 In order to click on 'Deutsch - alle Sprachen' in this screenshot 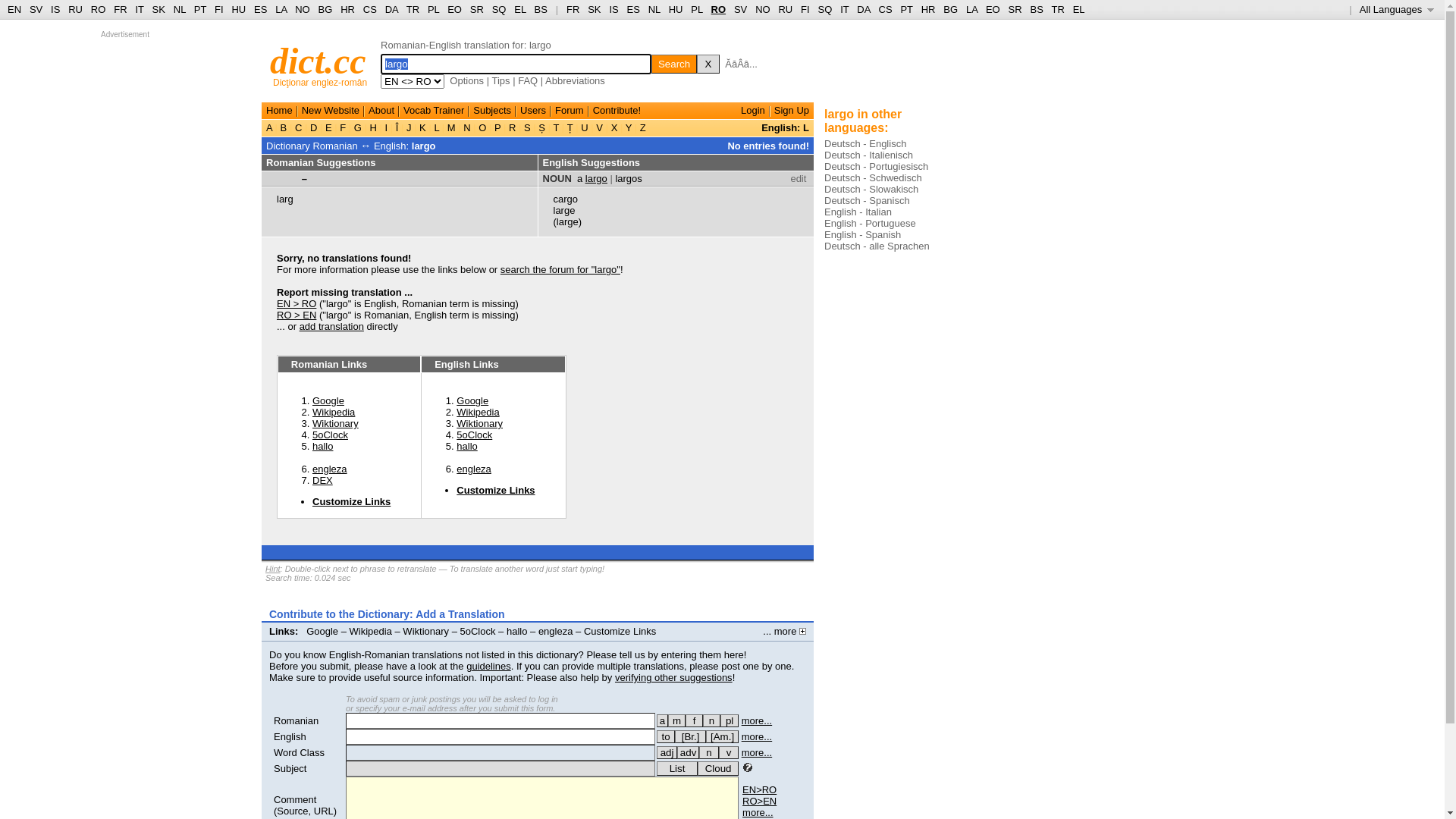, I will do `click(877, 245)`.